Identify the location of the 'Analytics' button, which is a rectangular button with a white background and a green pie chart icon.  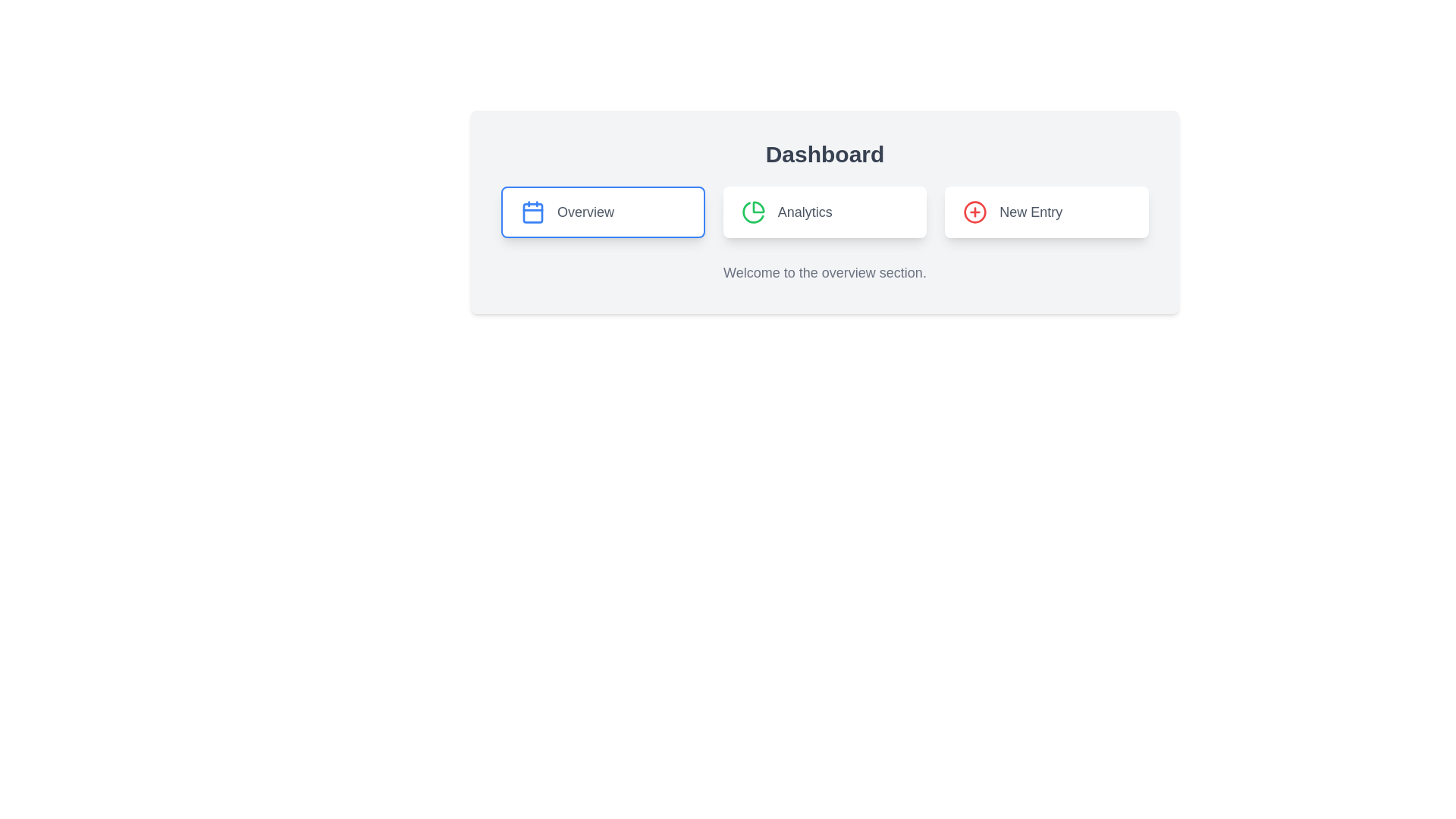
(824, 212).